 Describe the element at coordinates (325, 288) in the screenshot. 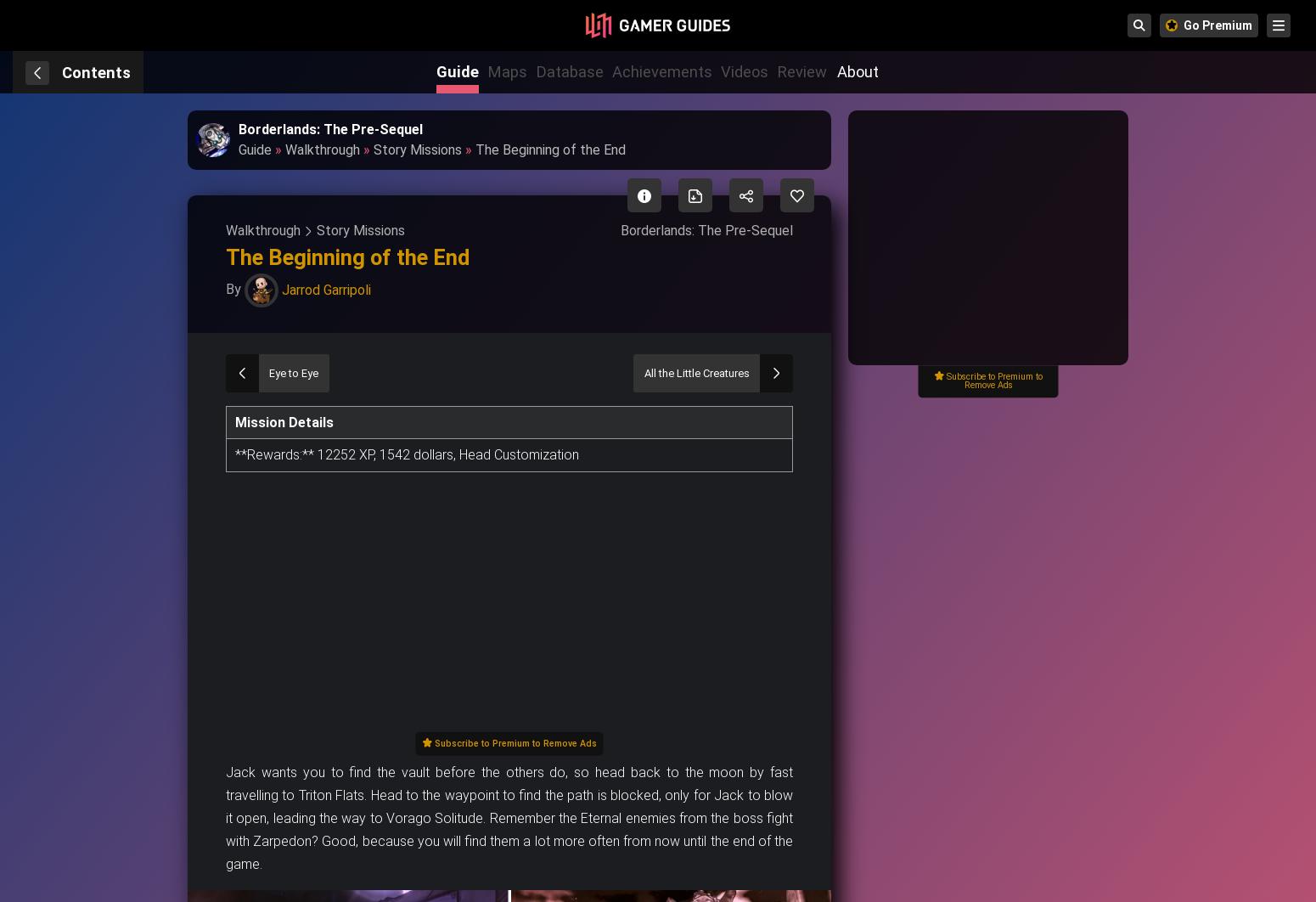

I see `'Jarrod Garripoli'` at that location.